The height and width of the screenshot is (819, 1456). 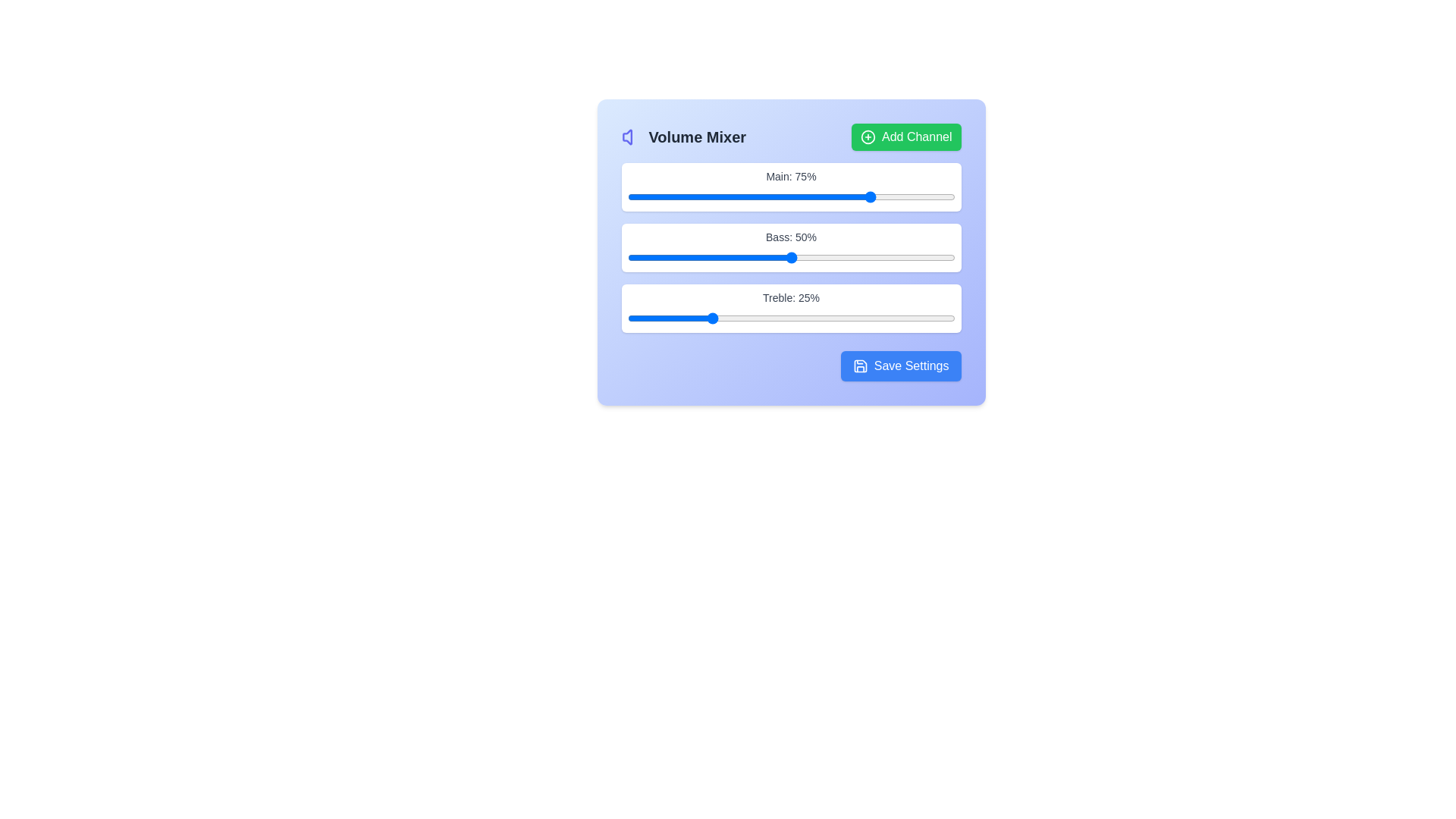 I want to click on the main volume, so click(x=705, y=196).